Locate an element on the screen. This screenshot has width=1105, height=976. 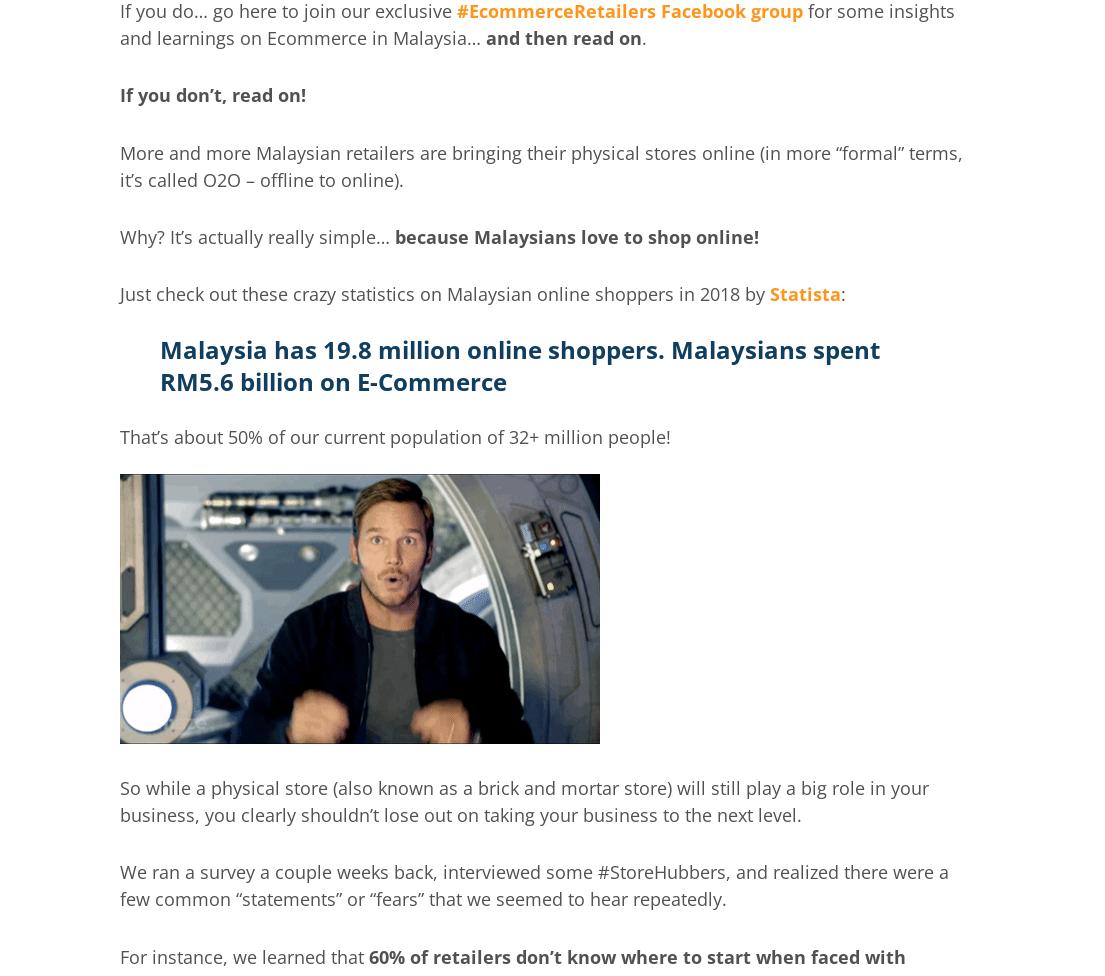
'Statista' is located at coordinates (804, 293).